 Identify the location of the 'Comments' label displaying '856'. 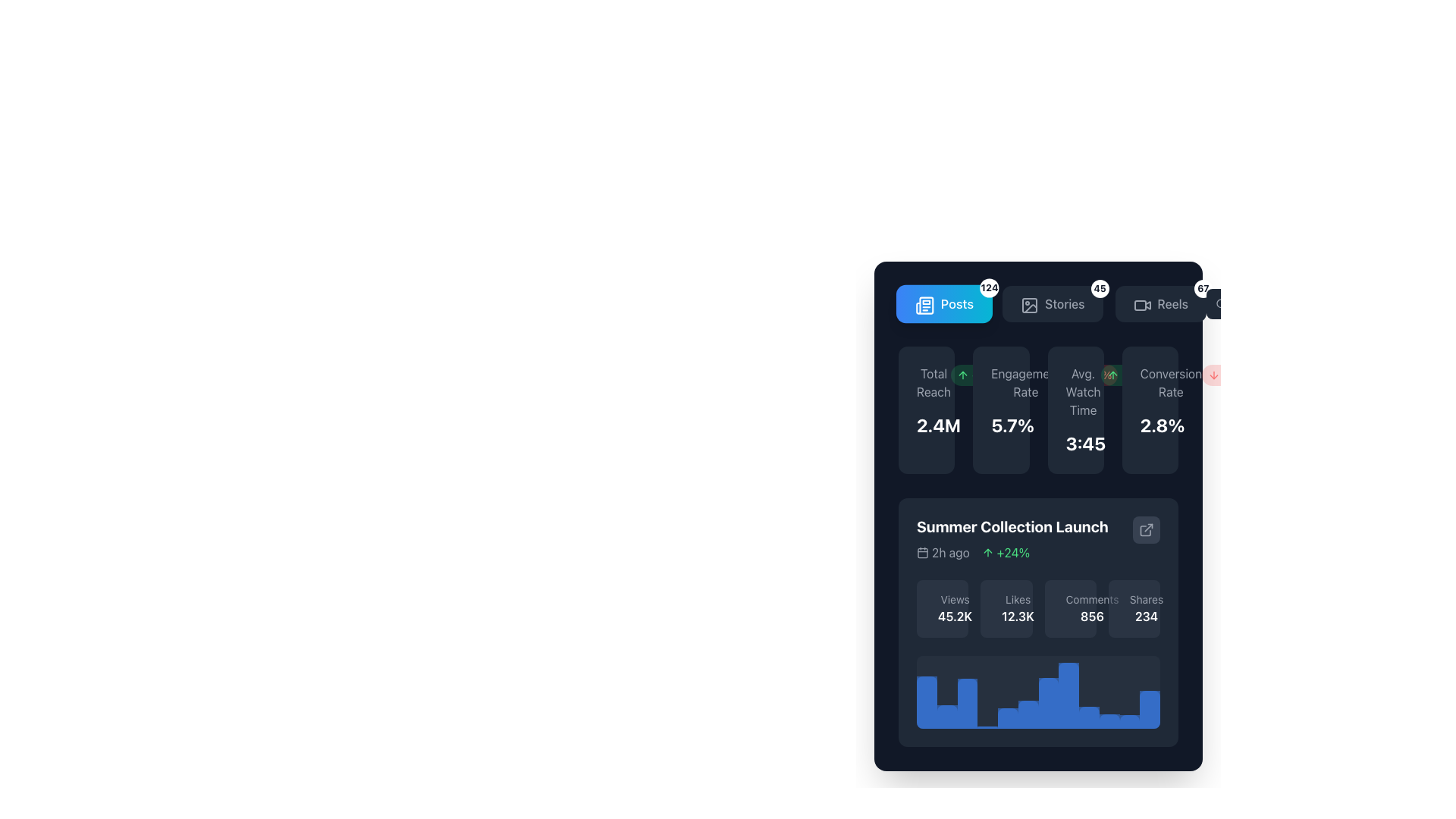
(1092, 607).